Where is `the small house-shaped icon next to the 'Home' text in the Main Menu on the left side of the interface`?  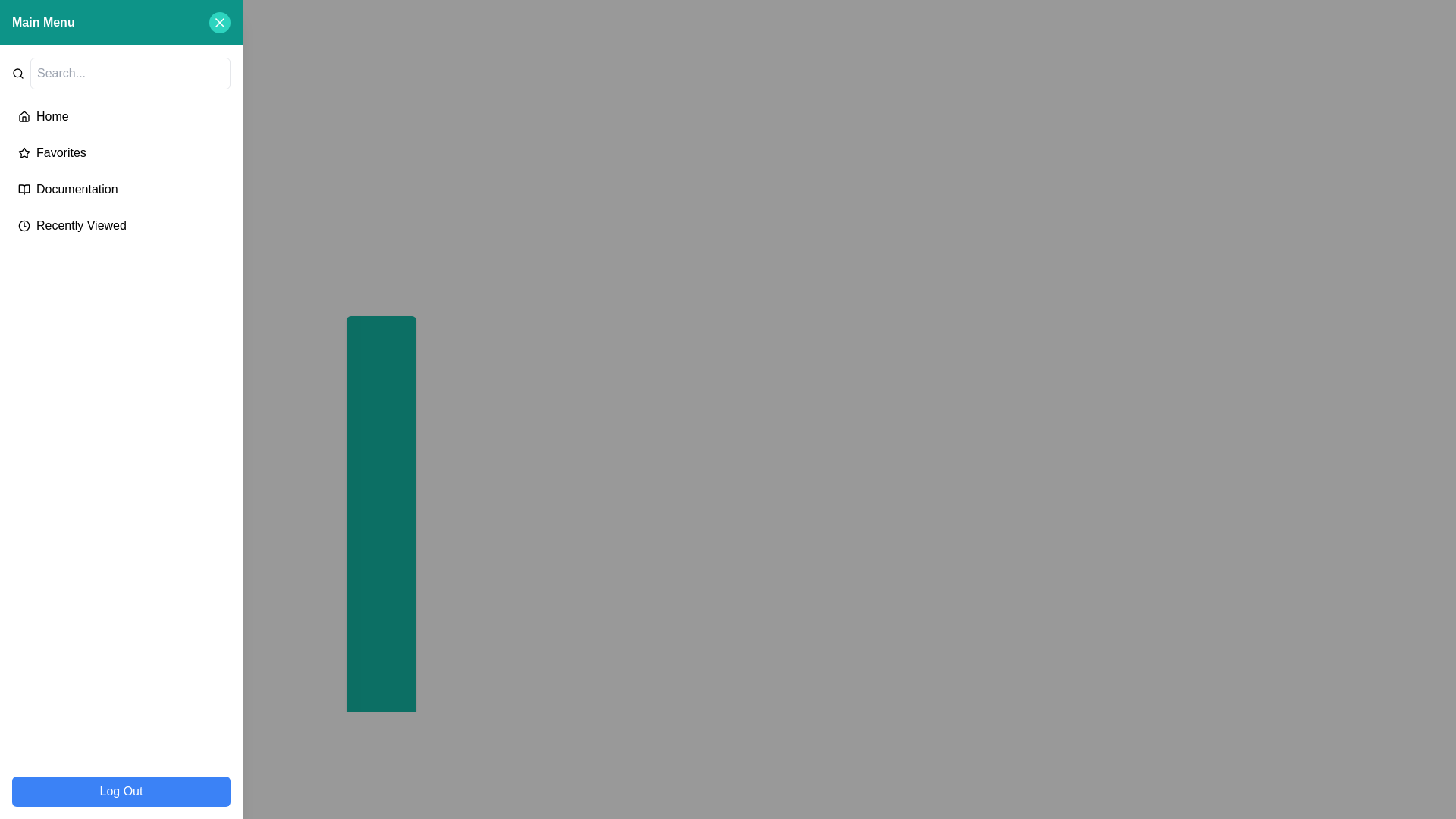 the small house-shaped icon next to the 'Home' text in the Main Menu on the left side of the interface is located at coordinates (24, 116).